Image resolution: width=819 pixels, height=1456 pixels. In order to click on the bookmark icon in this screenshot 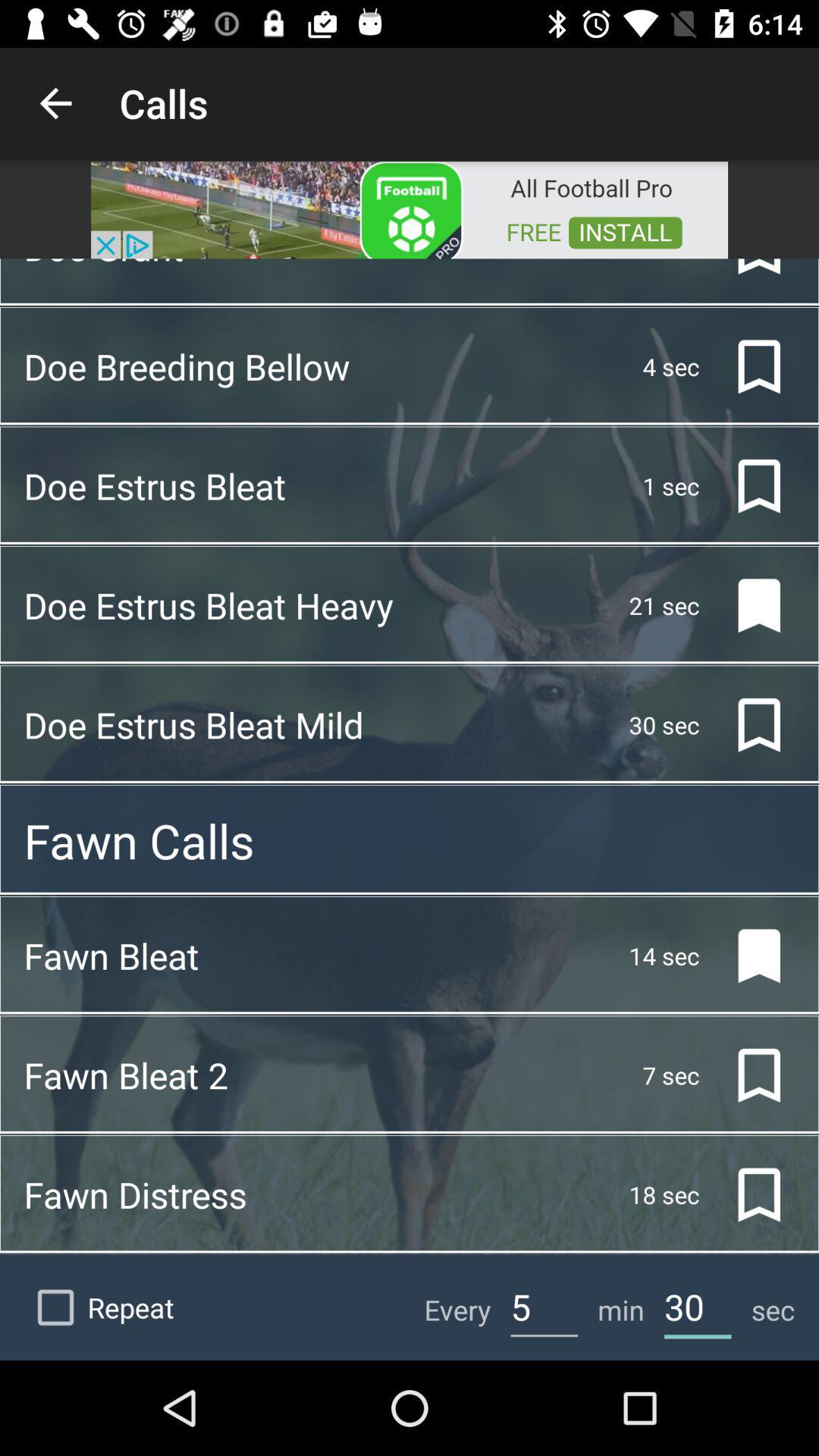, I will do `click(746, 1075)`.